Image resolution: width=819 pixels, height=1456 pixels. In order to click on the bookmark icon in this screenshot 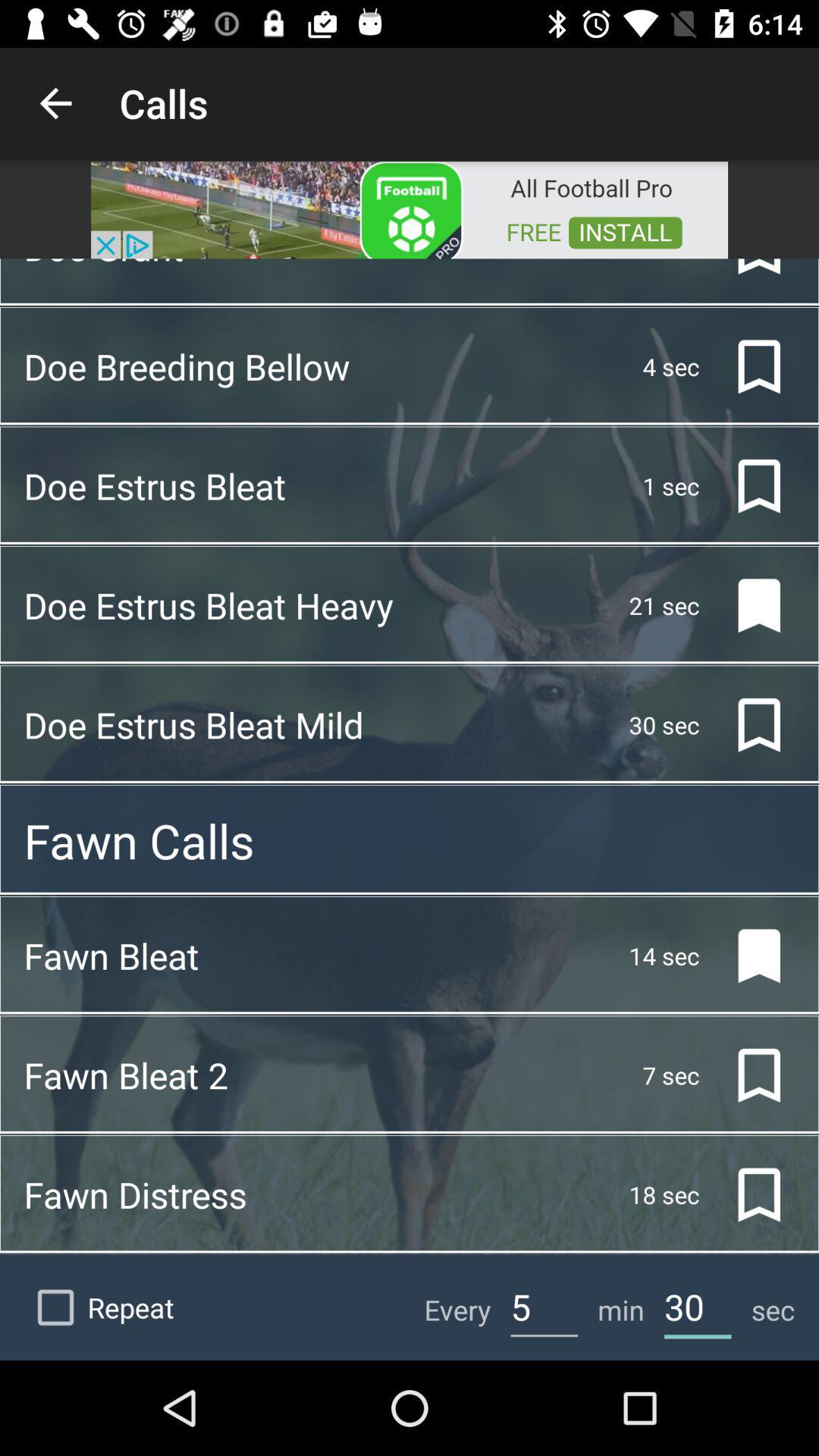, I will do `click(746, 1075)`.